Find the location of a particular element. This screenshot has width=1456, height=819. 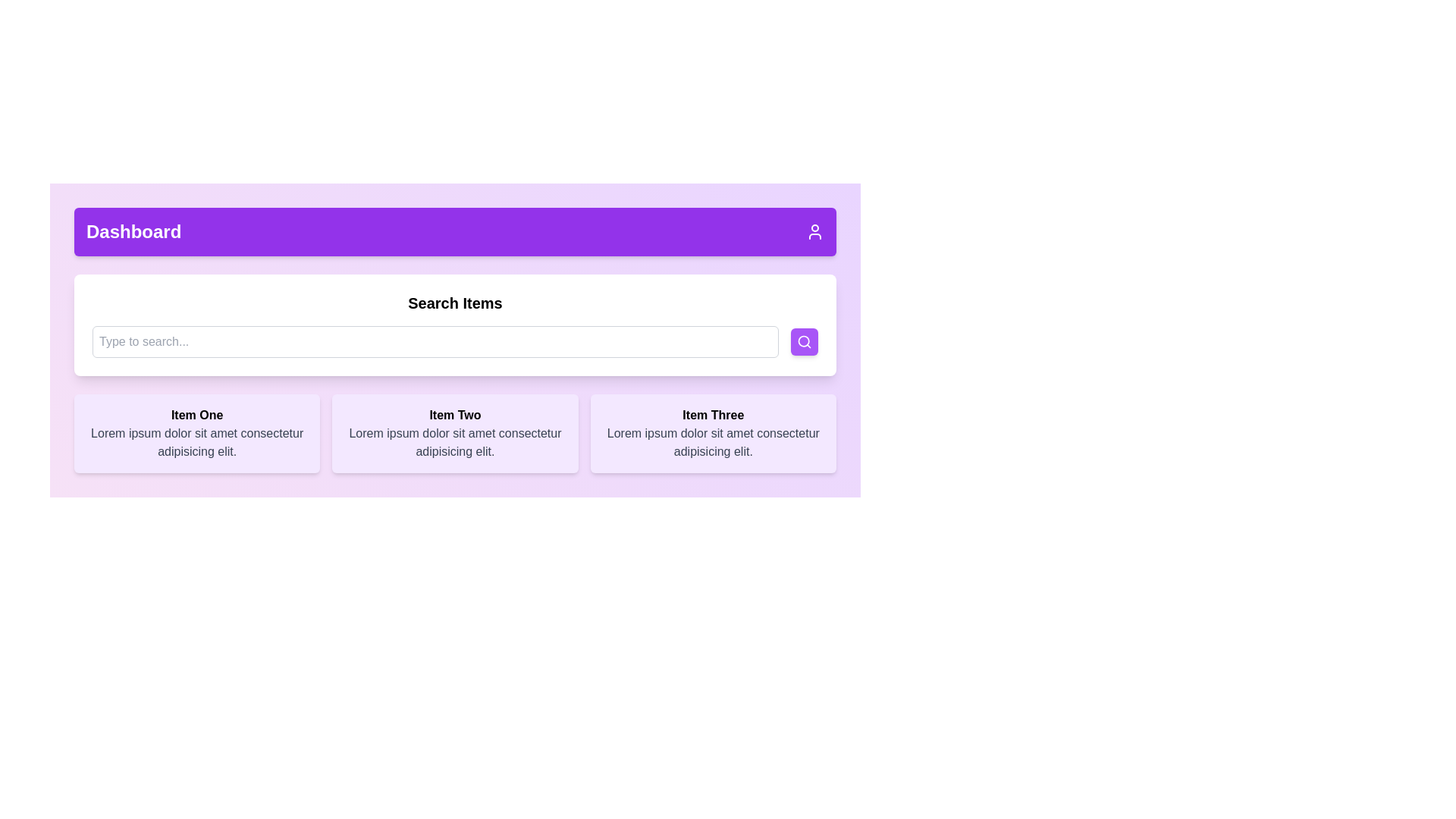

the purple button with rounded corners containing a magnifying glass icon, located to the right of the search input field is located at coordinates (803, 342).